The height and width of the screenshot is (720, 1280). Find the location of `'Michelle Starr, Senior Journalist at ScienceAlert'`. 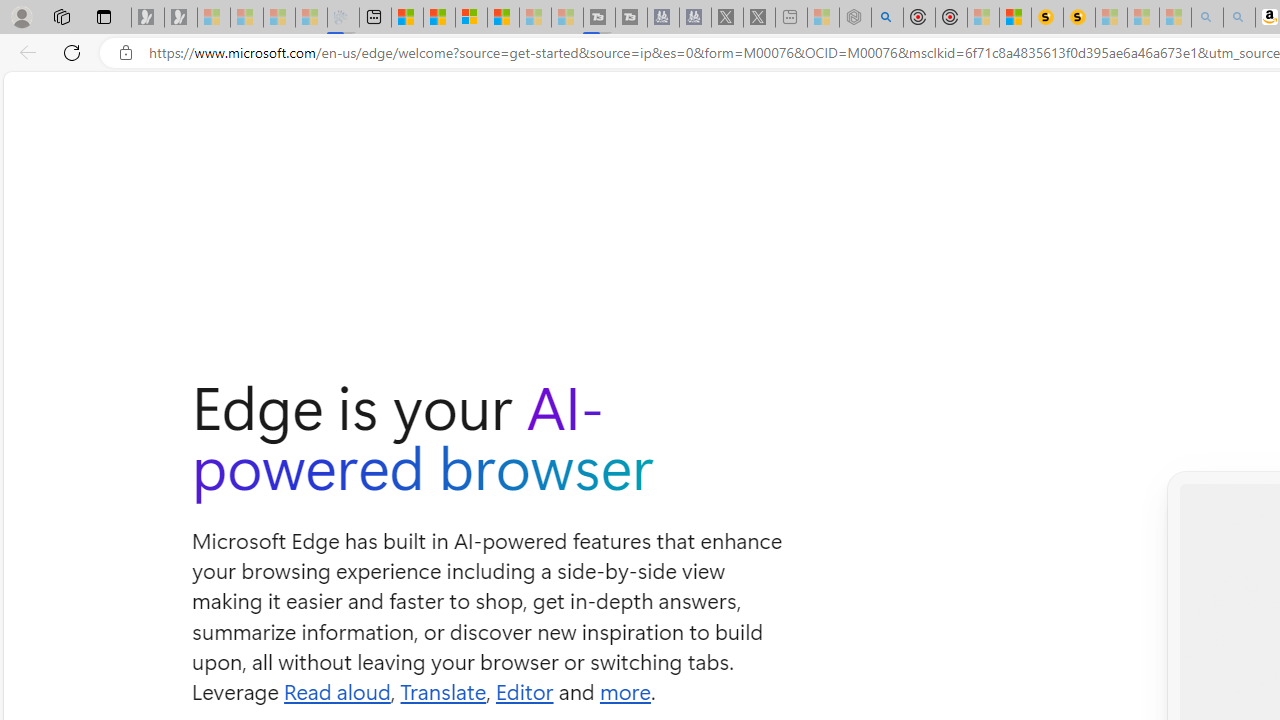

'Michelle Starr, Senior Journalist at ScienceAlert' is located at coordinates (1078, 17).